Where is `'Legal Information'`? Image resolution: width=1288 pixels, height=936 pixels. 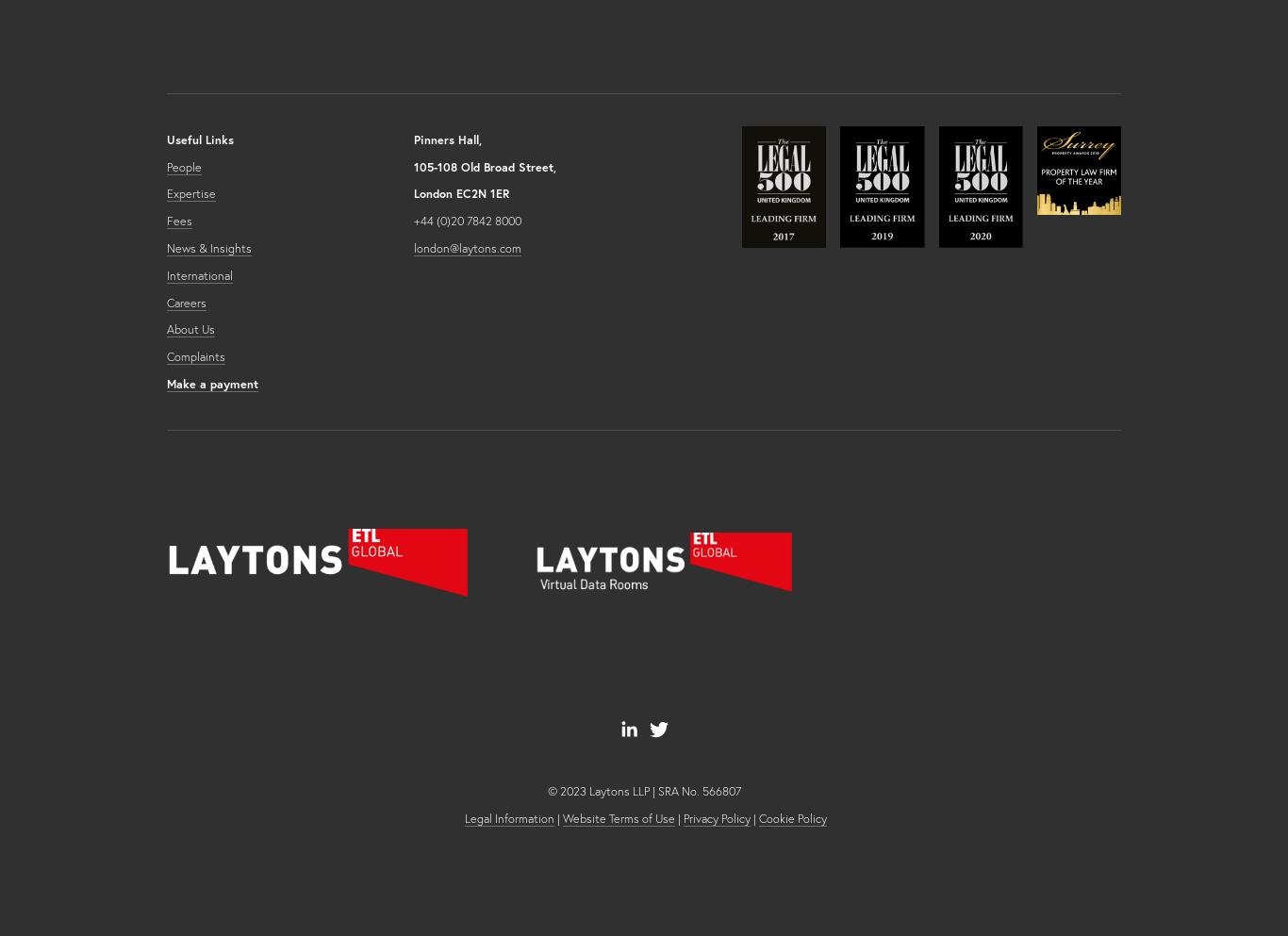 'Legal Information' is located at coordinates (508, 816).